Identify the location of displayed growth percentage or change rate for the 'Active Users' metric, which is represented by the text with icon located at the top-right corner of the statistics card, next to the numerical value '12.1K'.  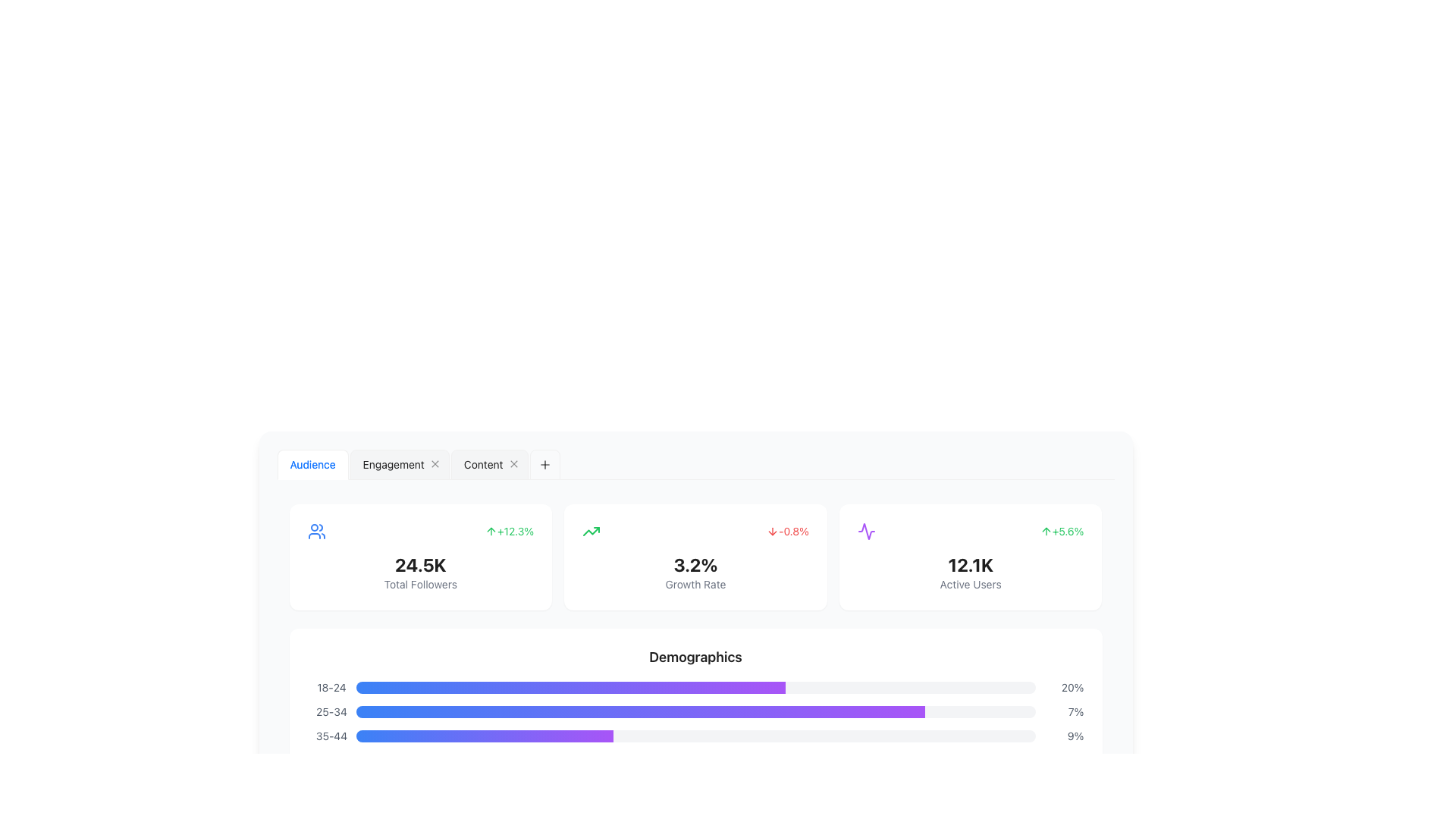
(1061, 531).